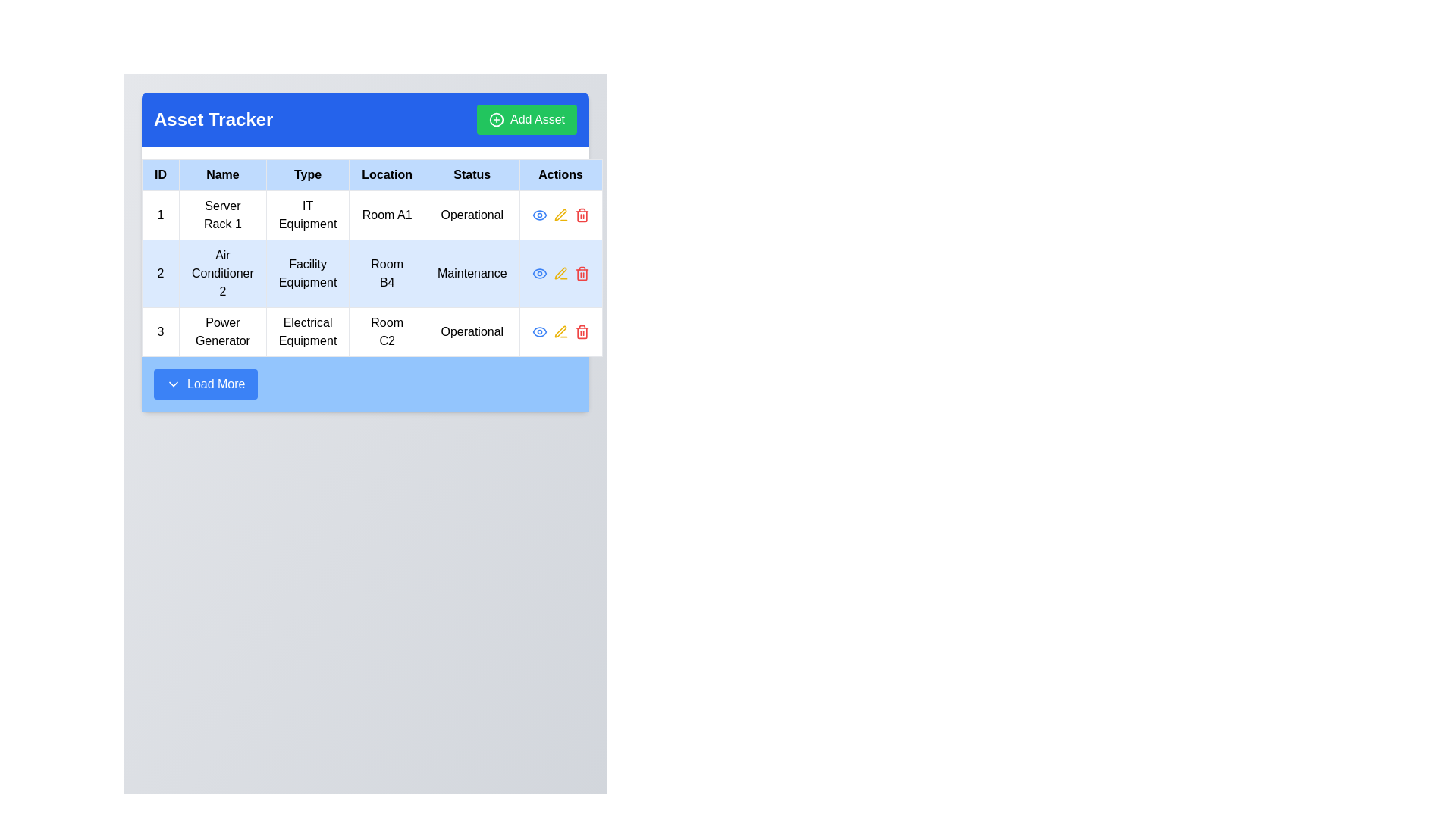 This screenshot has height=819, width=1456. What do you see at coordinates (560, 215) in the screenshot?
I see `the pen icon with a yellow outline` at bounding box center [560, 215].